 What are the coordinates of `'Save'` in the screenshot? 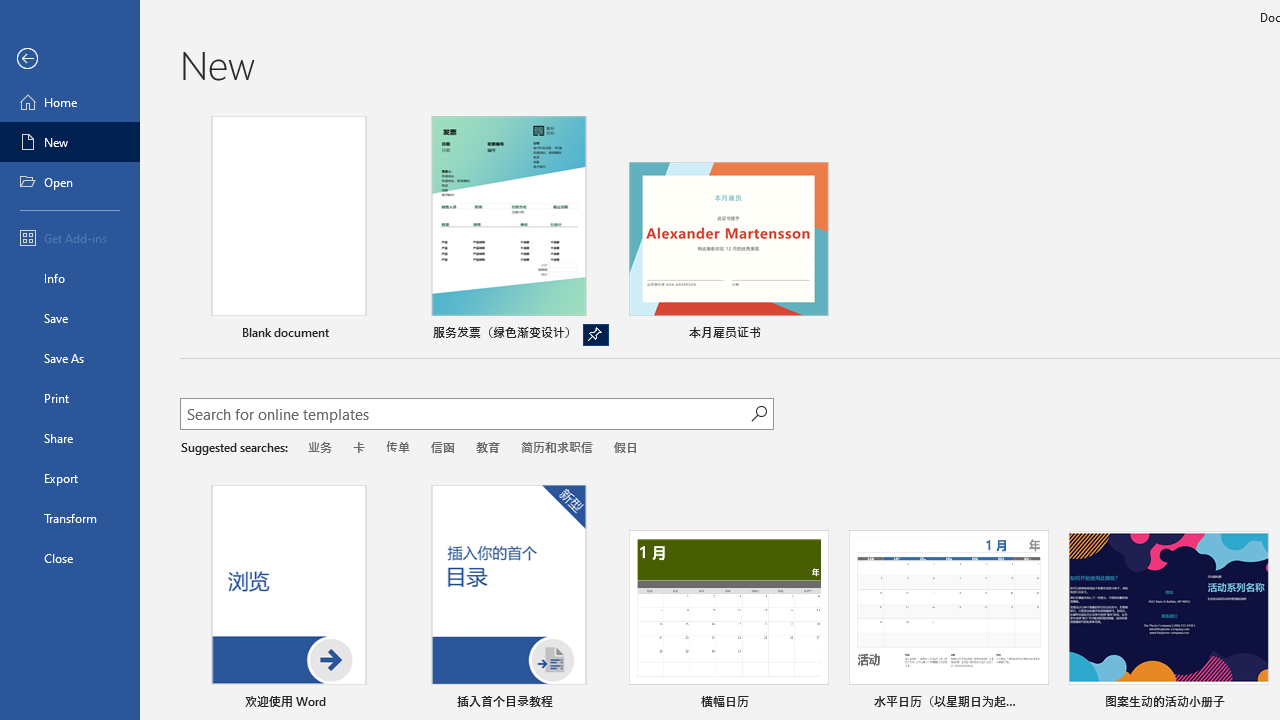 It's located at (69, 316).